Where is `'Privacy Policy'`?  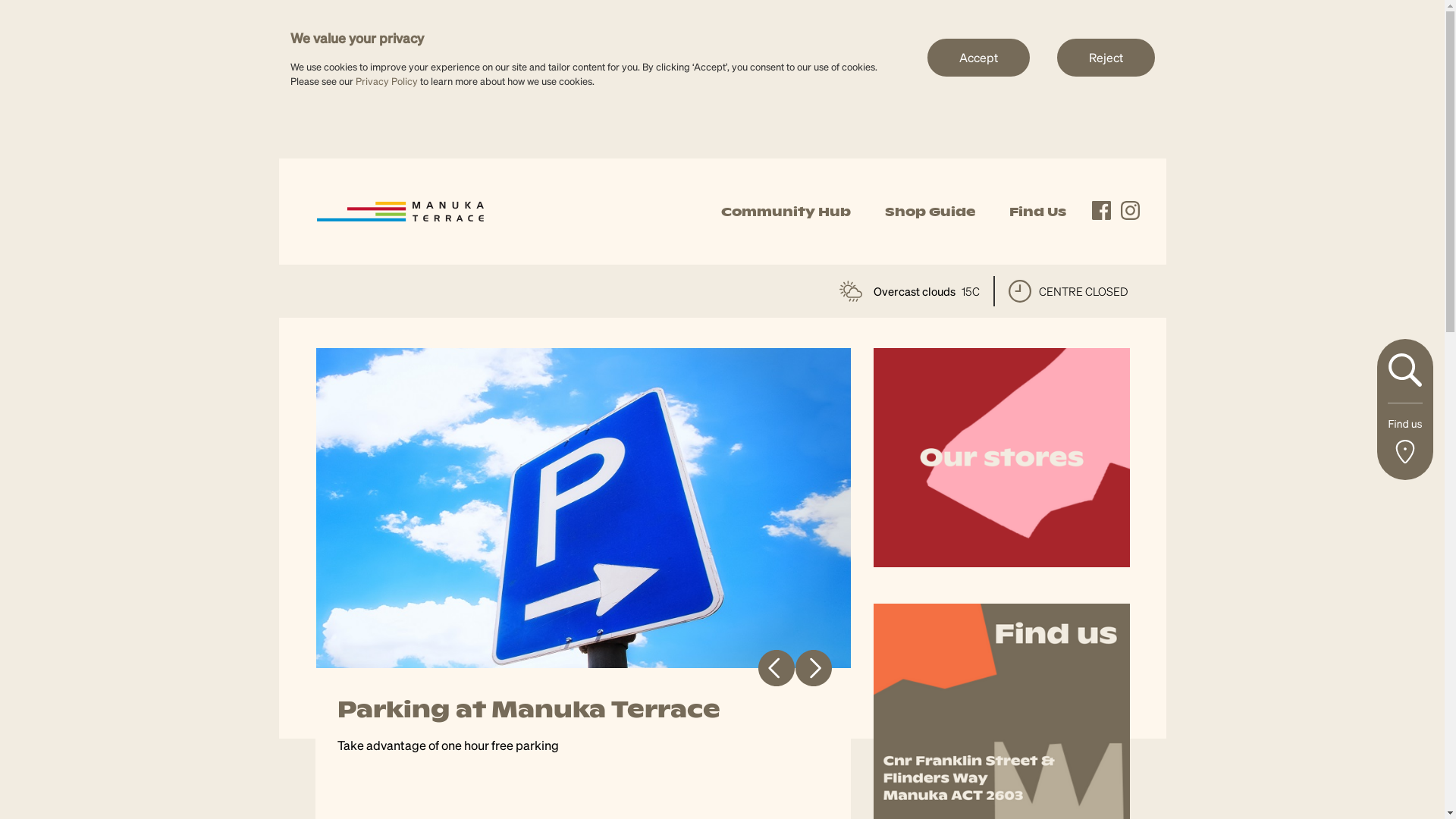 'Privacy Policy' is located at coordinates (385, 80).